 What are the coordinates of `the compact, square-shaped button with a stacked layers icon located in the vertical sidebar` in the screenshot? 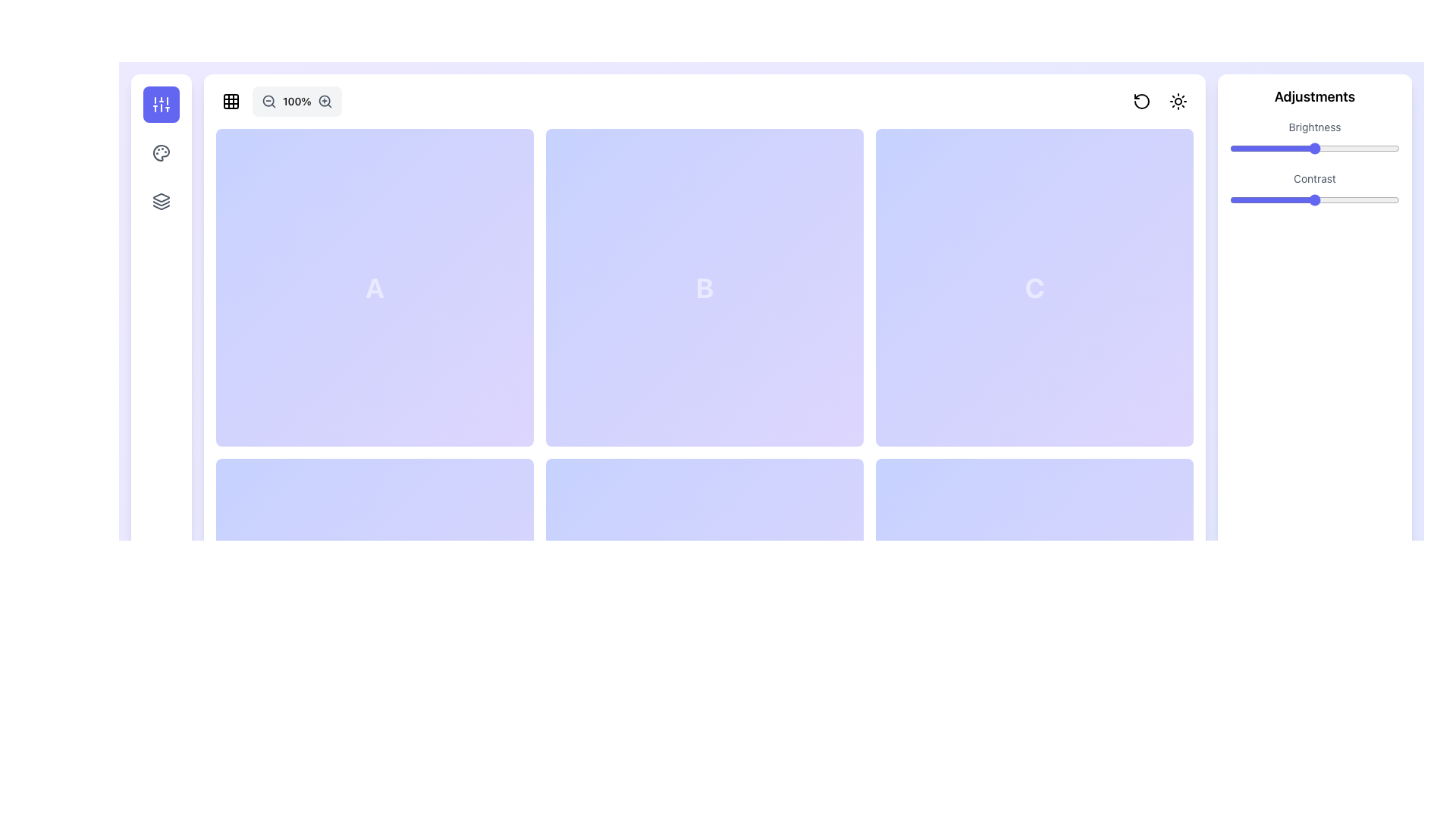 It's located at (161, 201).